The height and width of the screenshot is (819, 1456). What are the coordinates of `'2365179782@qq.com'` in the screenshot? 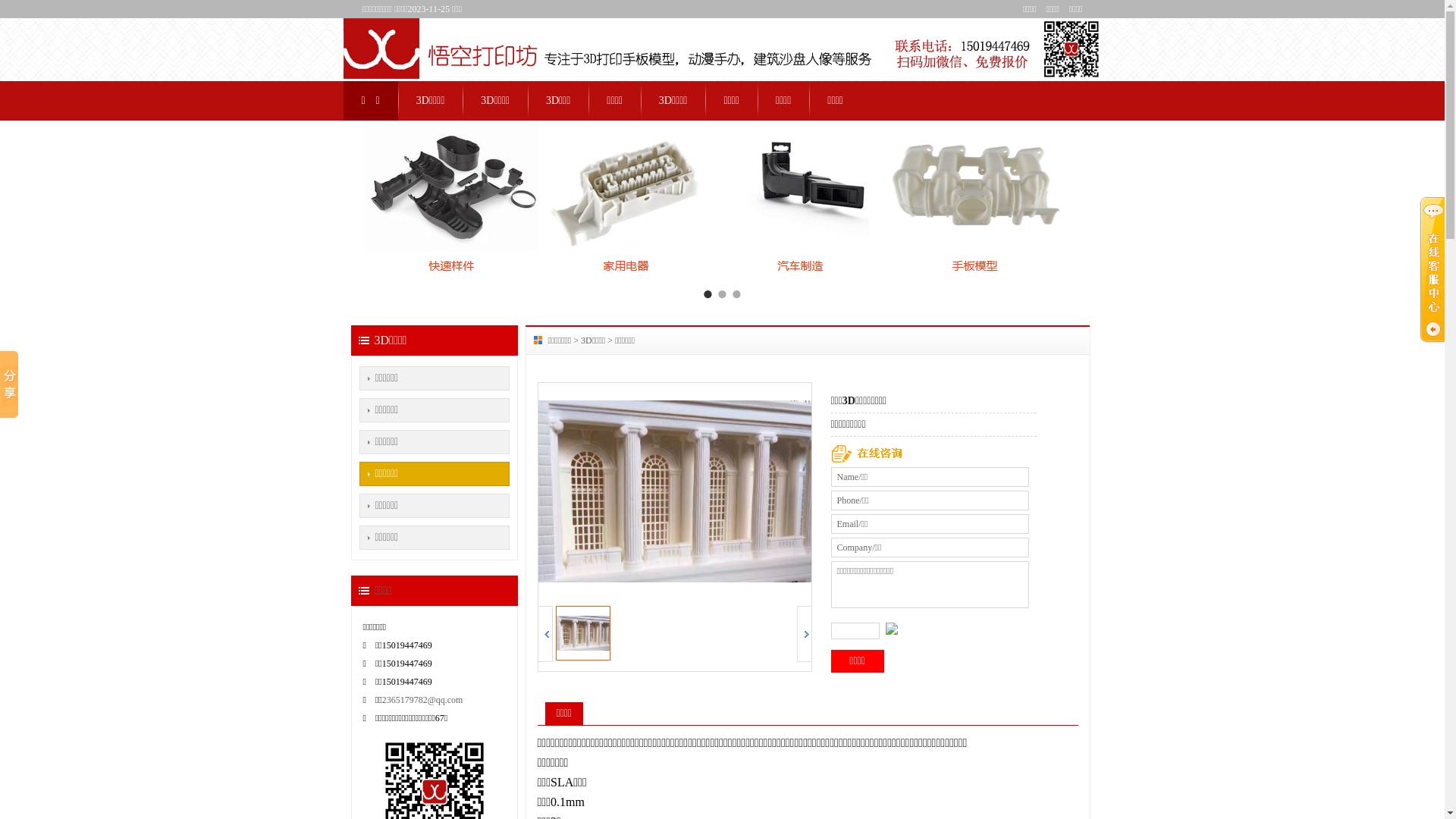 It's located at (422, 699).